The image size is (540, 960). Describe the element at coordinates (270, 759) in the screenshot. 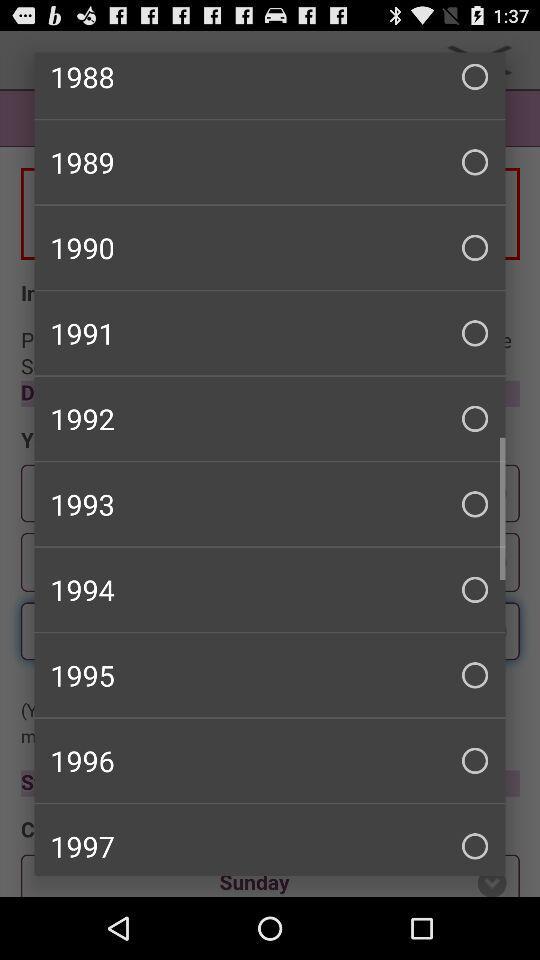

I see `the item above 1997 icon` at that location.